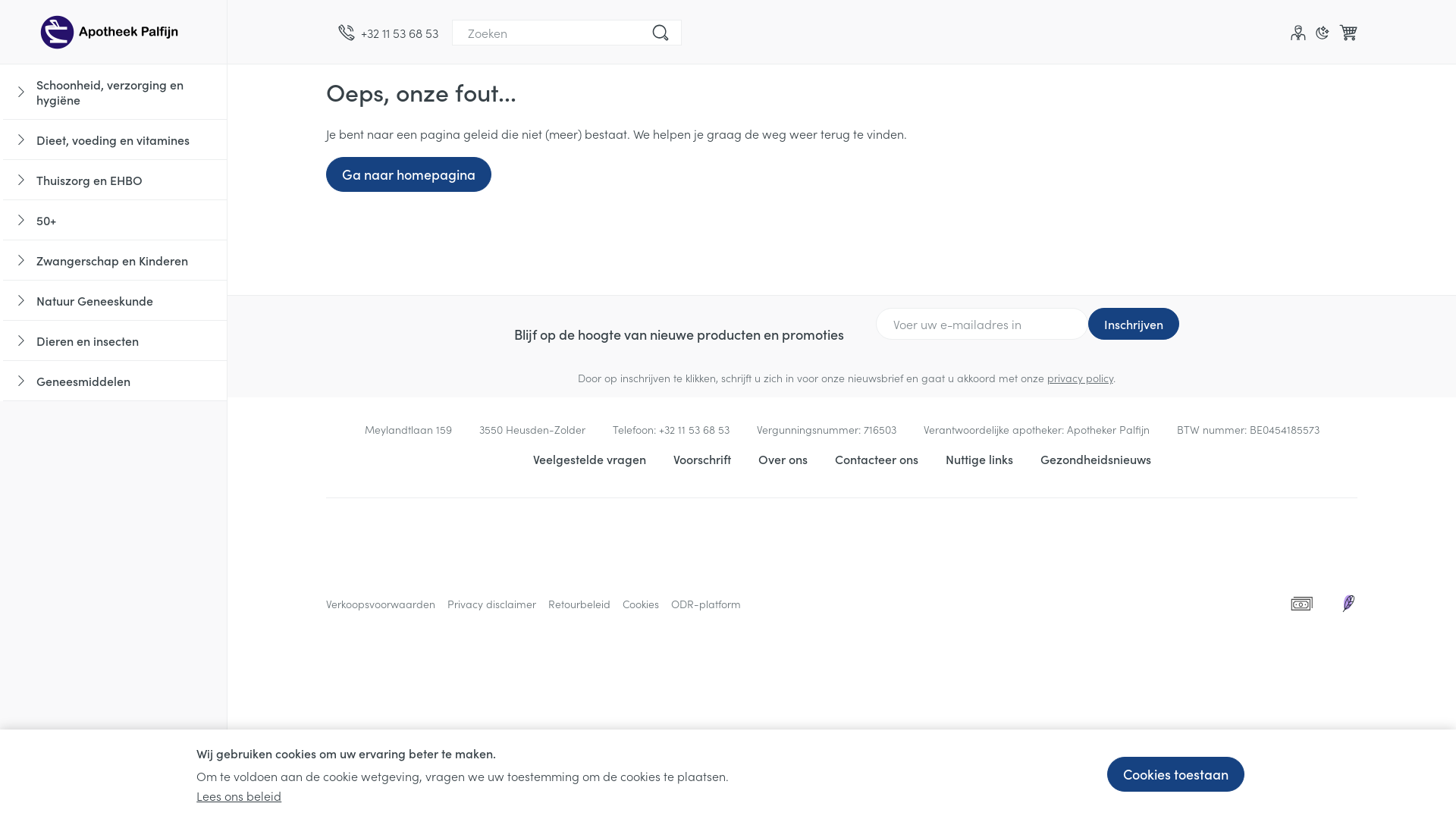 The image size is (1456, 819). What do you see at coordinates (114, 220) in the screenshot?
I see `'50+'` at bounding box center [114, 220].